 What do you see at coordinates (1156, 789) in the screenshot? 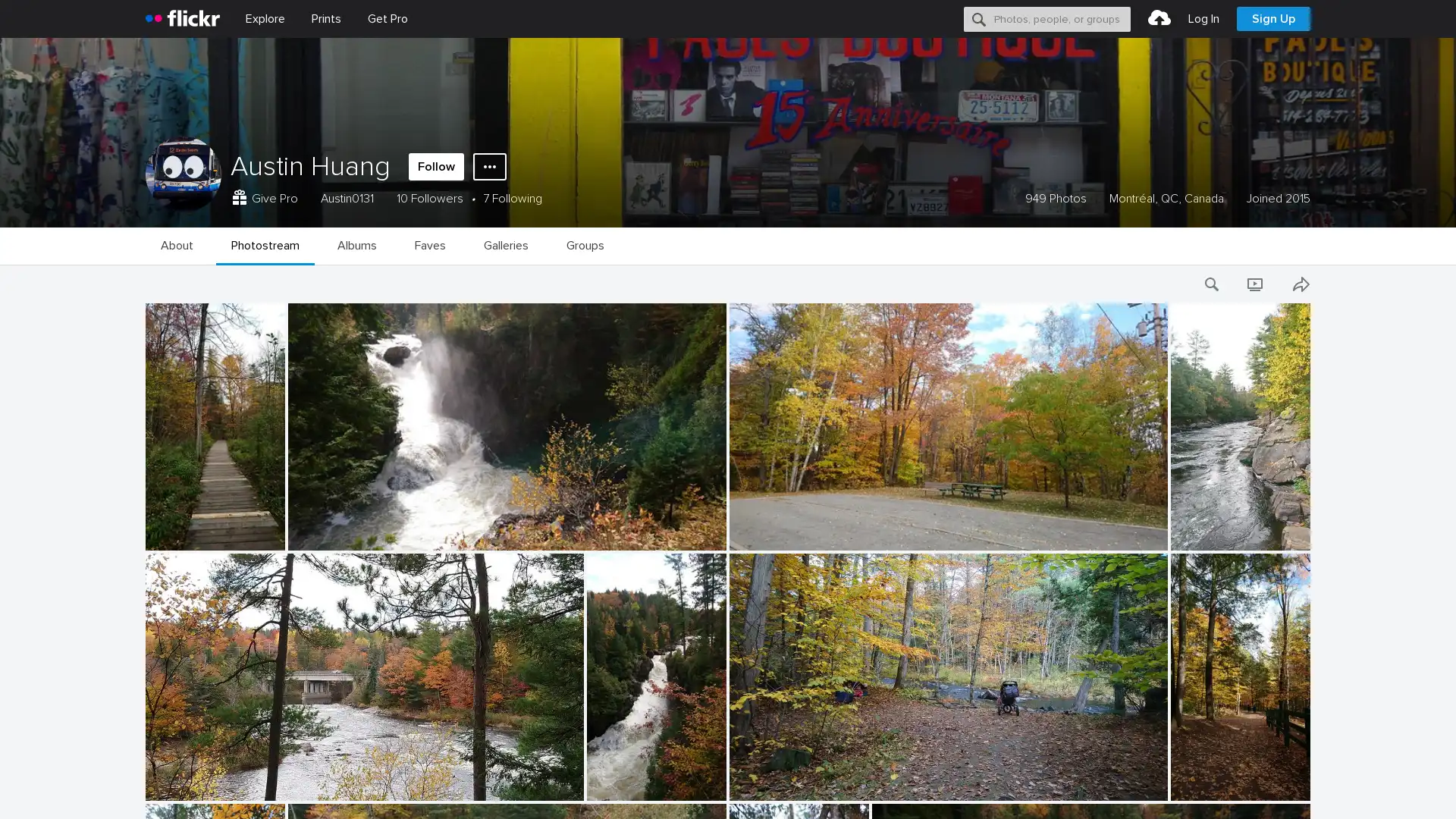
I see `Accept` at bounding box center [1156, 789].